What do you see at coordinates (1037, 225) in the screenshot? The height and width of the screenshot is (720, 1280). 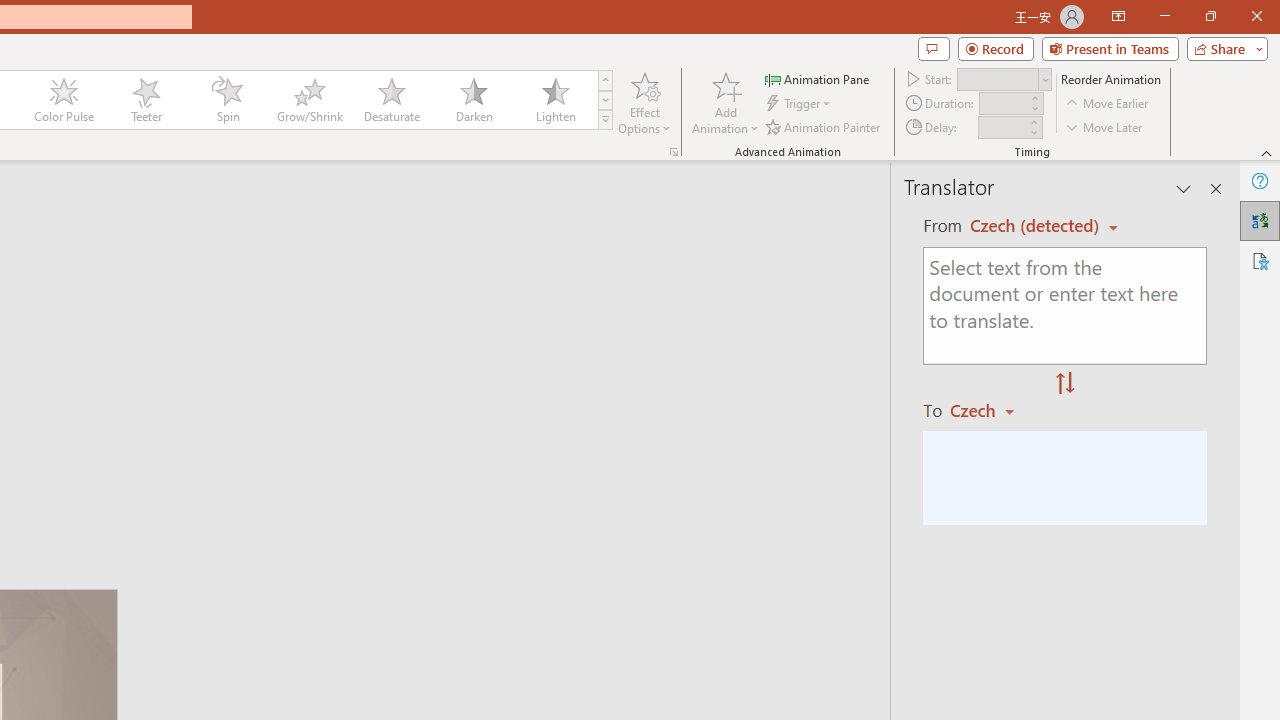 I see `'Czech (detected)'` at bounding box center [1037, 225].